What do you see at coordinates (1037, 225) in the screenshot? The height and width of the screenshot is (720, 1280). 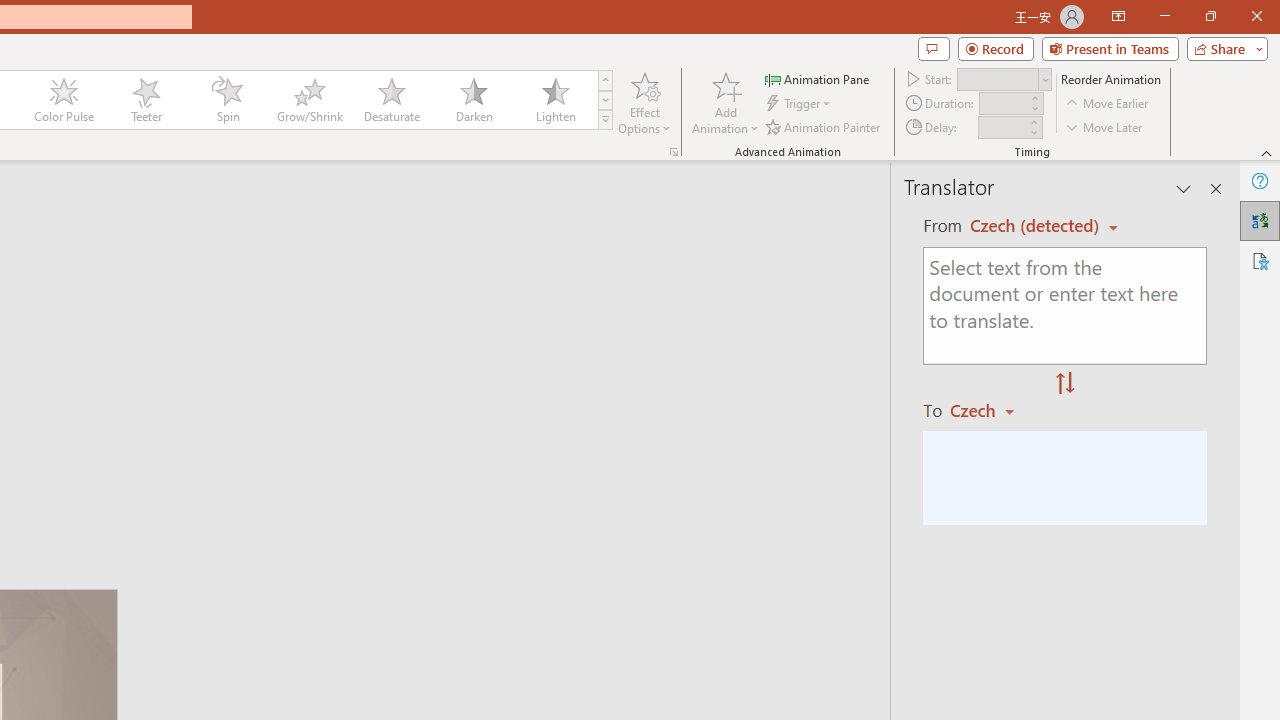 I see `'Czech (detected)'` at bounding box center [1037, 225].